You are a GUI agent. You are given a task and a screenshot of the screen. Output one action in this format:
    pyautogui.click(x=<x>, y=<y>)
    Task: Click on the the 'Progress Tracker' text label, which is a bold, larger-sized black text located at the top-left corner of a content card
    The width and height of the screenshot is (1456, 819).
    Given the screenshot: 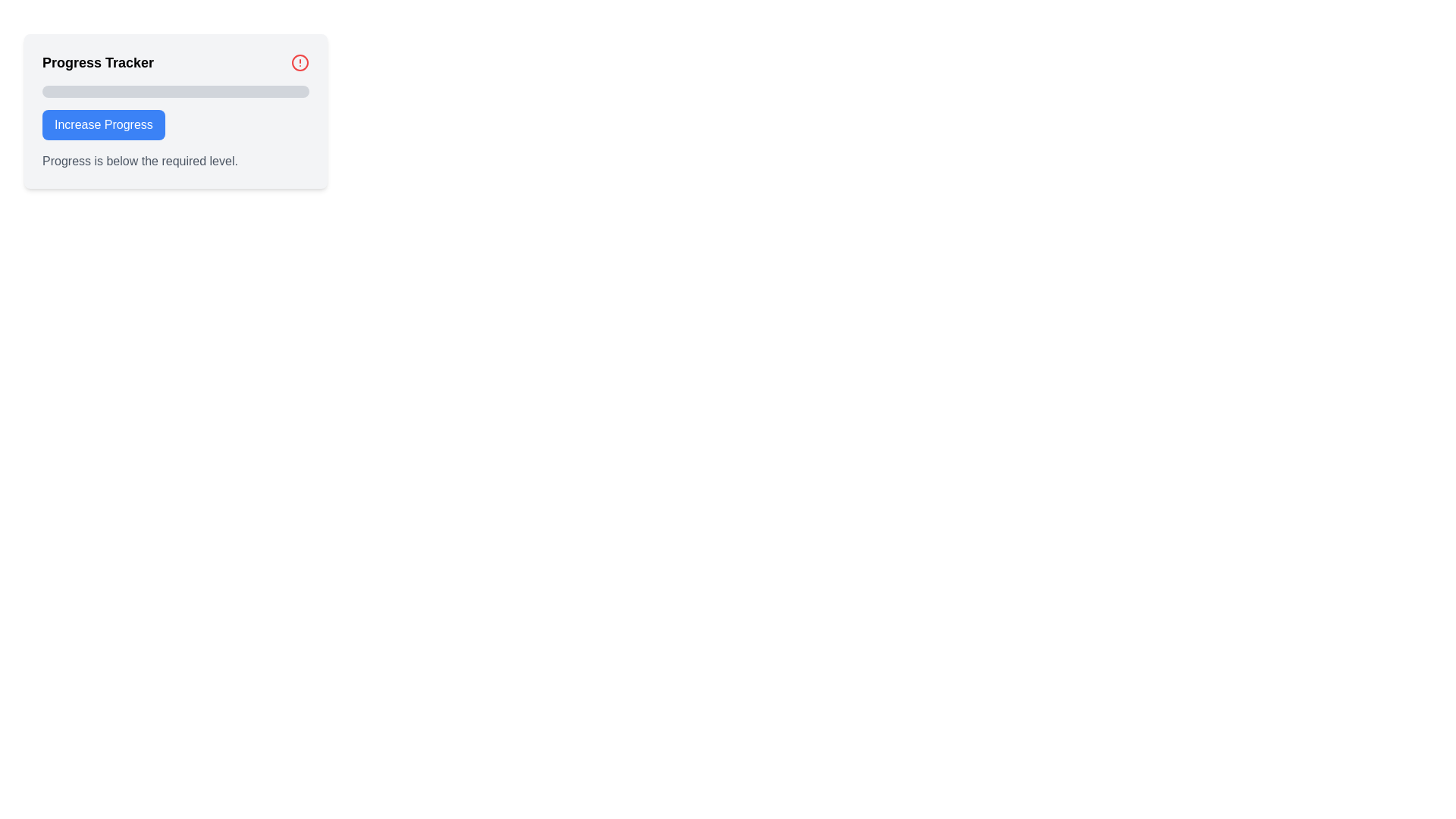 What is the action you would take?
    pyautogui.click(x=97, y=62)
    